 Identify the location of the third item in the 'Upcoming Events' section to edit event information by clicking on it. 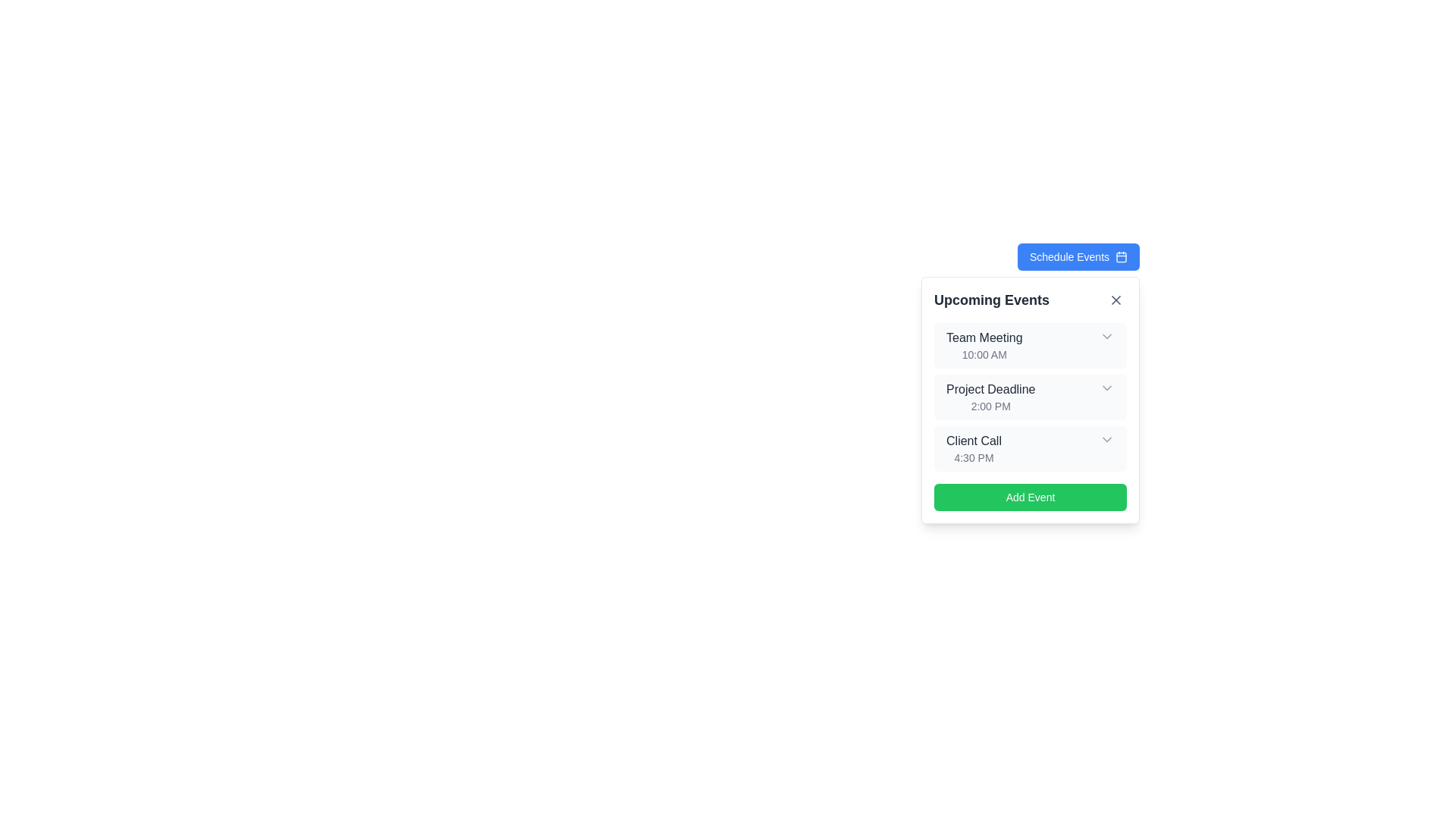
(1030, 447).